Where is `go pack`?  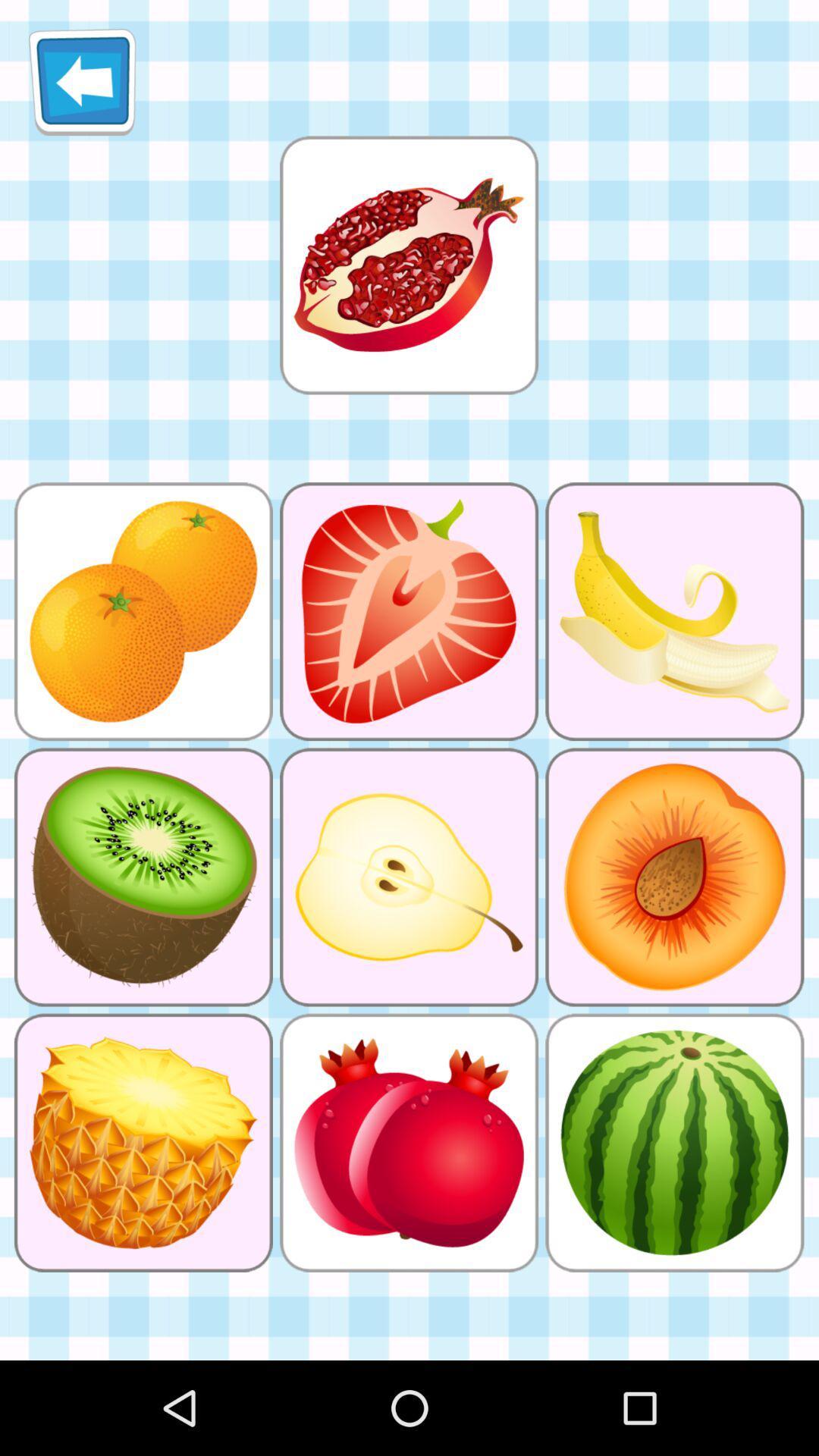
go pack is located at coordinates (82, 81).